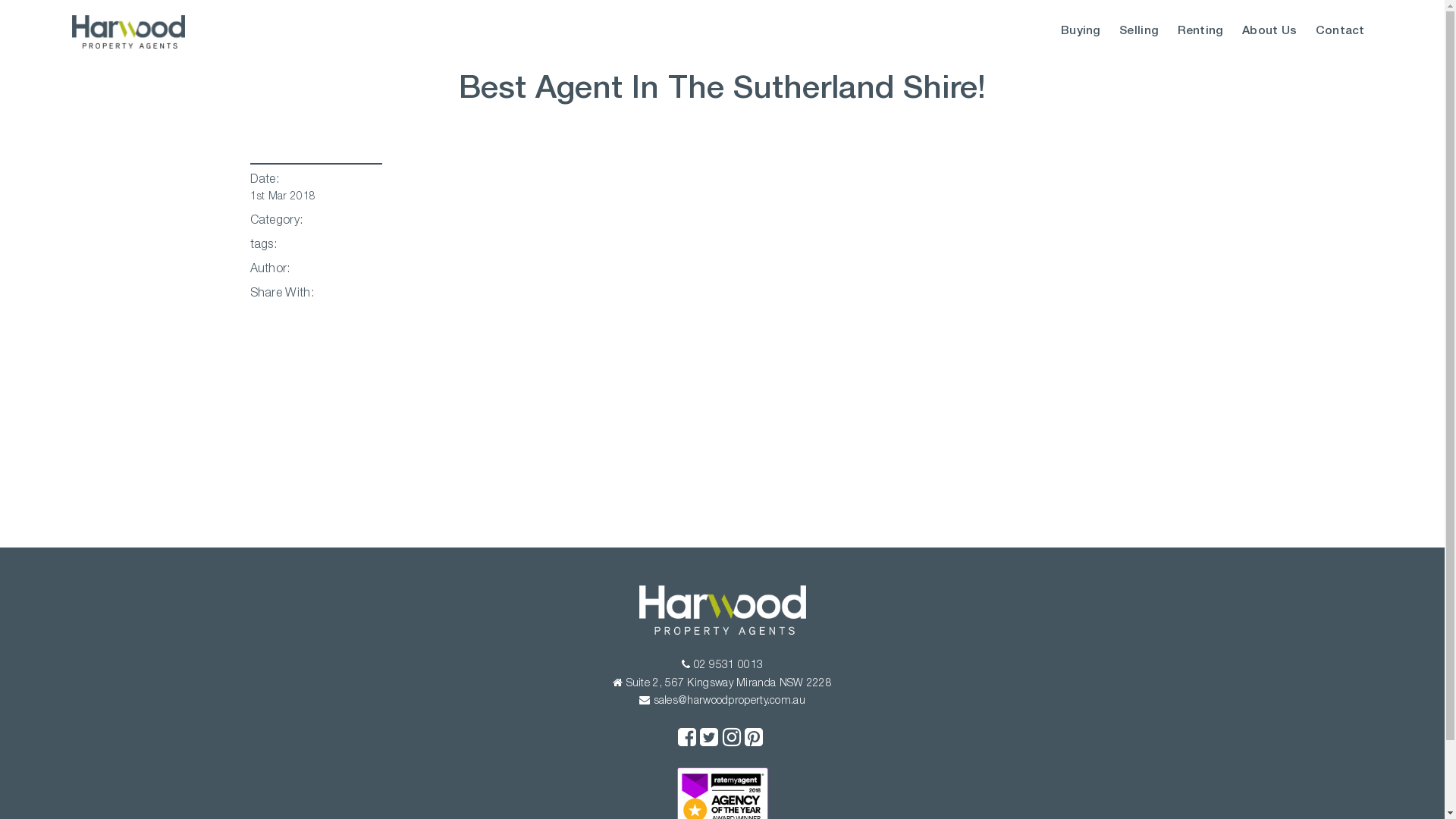 This screenshot has height=819, width=1456. Describe the element at coordinates (708, 739) in the screenshot. I see `'Twitter'` at that location.